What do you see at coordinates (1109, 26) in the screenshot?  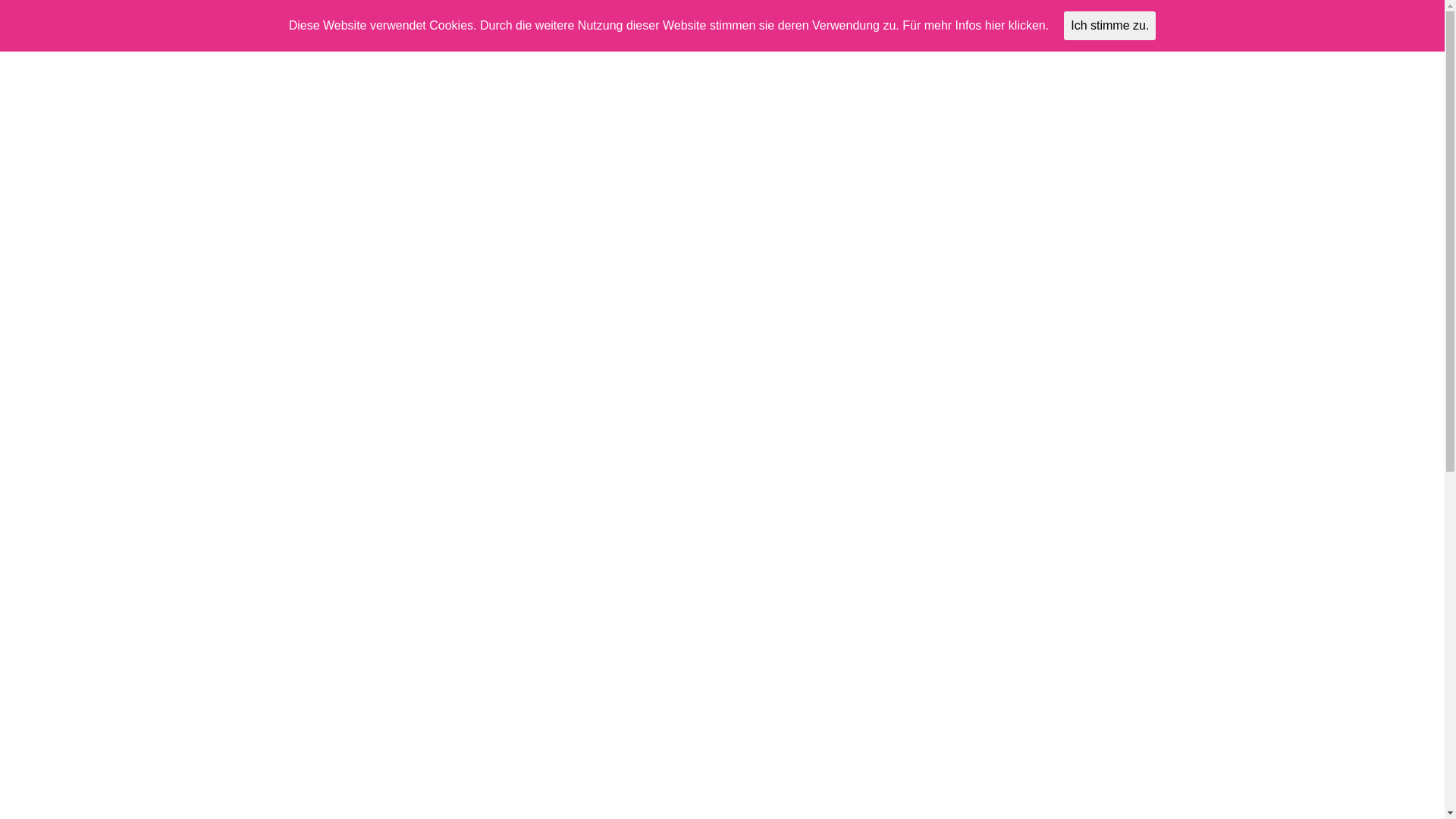 I see `'Ich stimme zu.'` at bounding box center [1109, 26].